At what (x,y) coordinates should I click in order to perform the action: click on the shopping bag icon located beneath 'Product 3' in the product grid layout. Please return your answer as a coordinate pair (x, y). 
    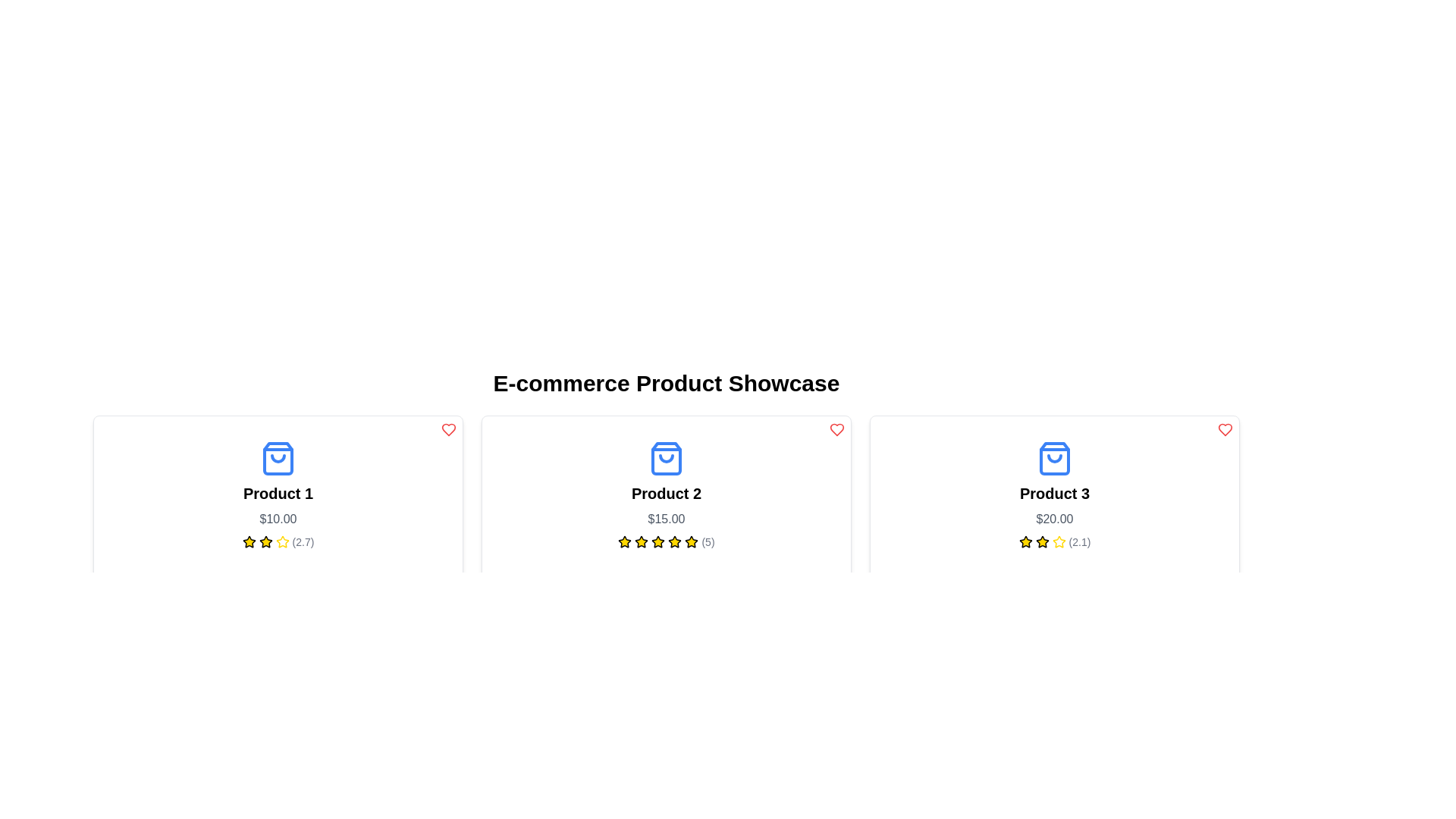
    Looking at the image, I should click on (1054, 458).